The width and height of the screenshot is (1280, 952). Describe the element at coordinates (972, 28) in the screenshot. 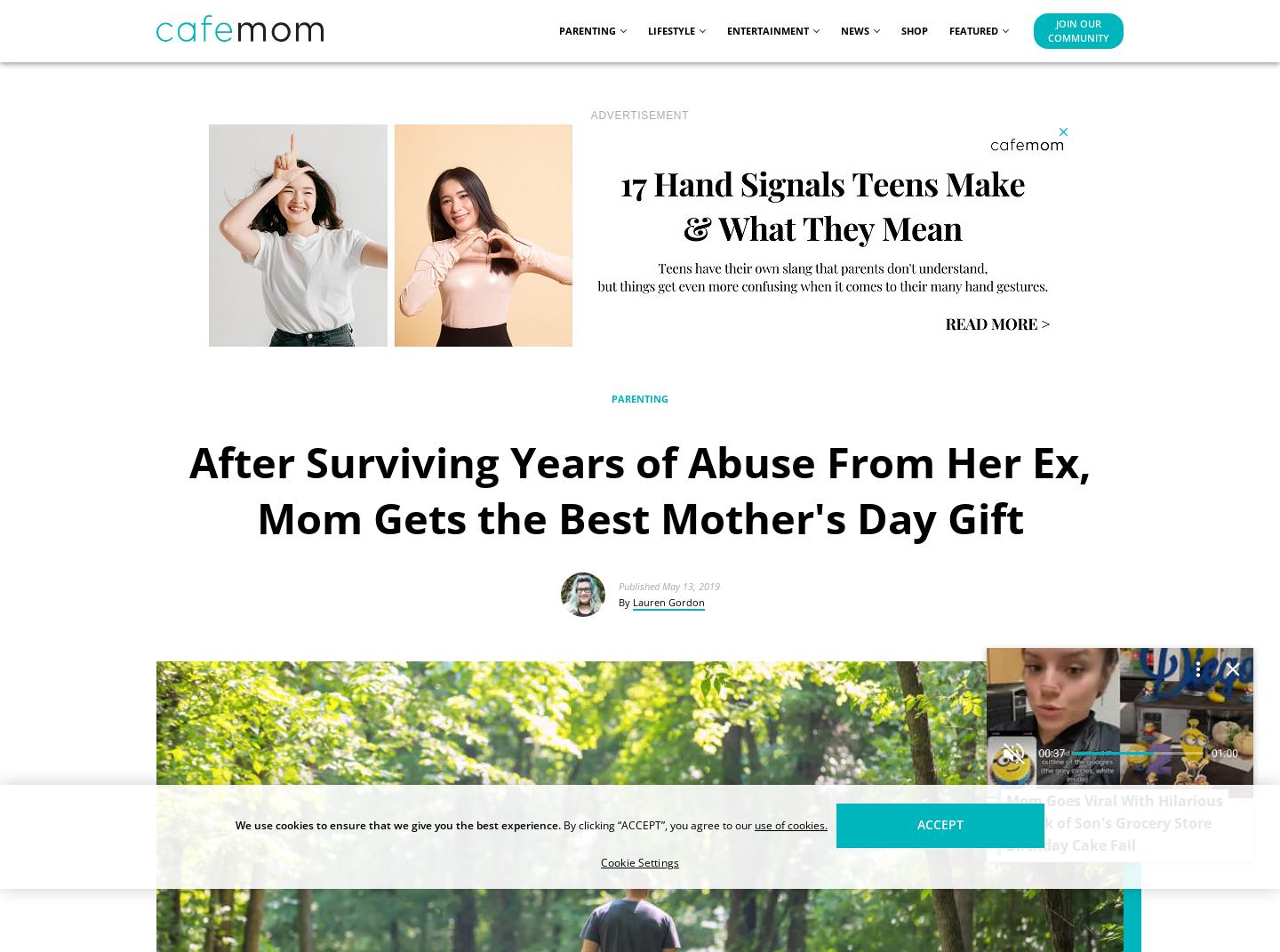

I see `'Featured'` at that location.